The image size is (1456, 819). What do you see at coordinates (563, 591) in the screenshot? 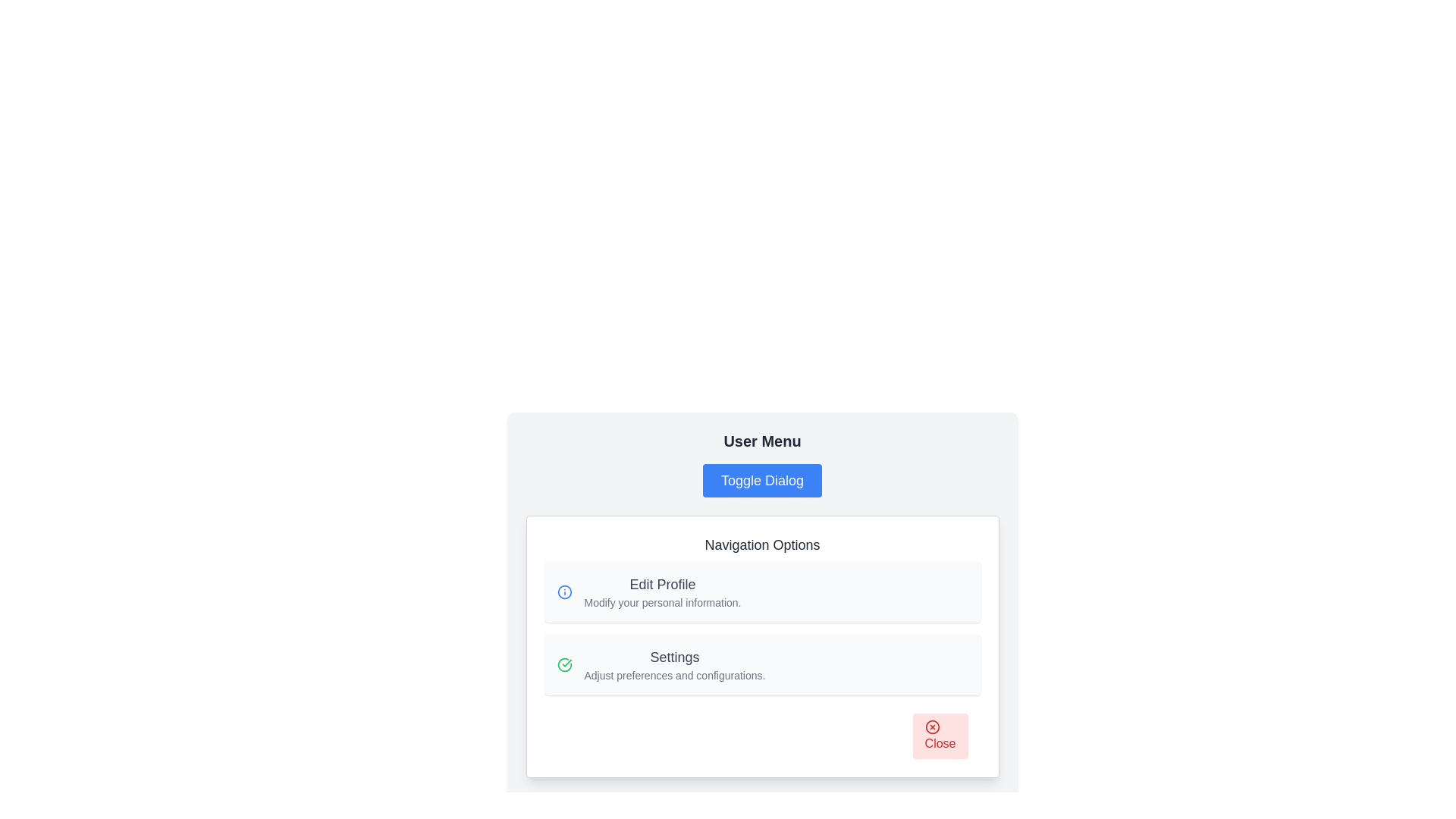
I see `the icon located to the left of the 'Edit Profile' text within the navigation panel for further information` at bounding box center [563, 591].